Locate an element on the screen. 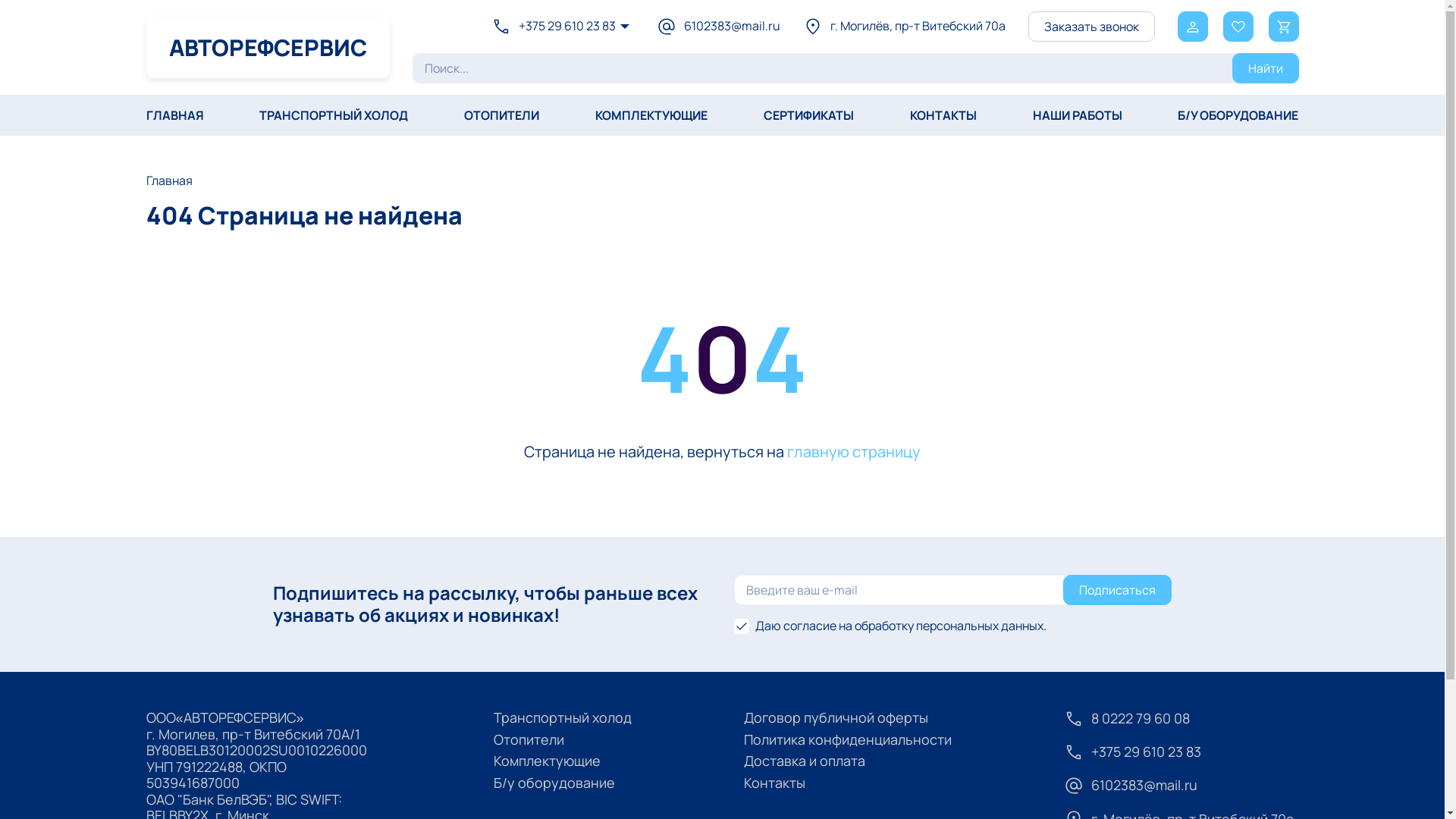 This screenshot has width=1456, height=819. '+375 29 610 23 83' is located at coordinates (552, 26).